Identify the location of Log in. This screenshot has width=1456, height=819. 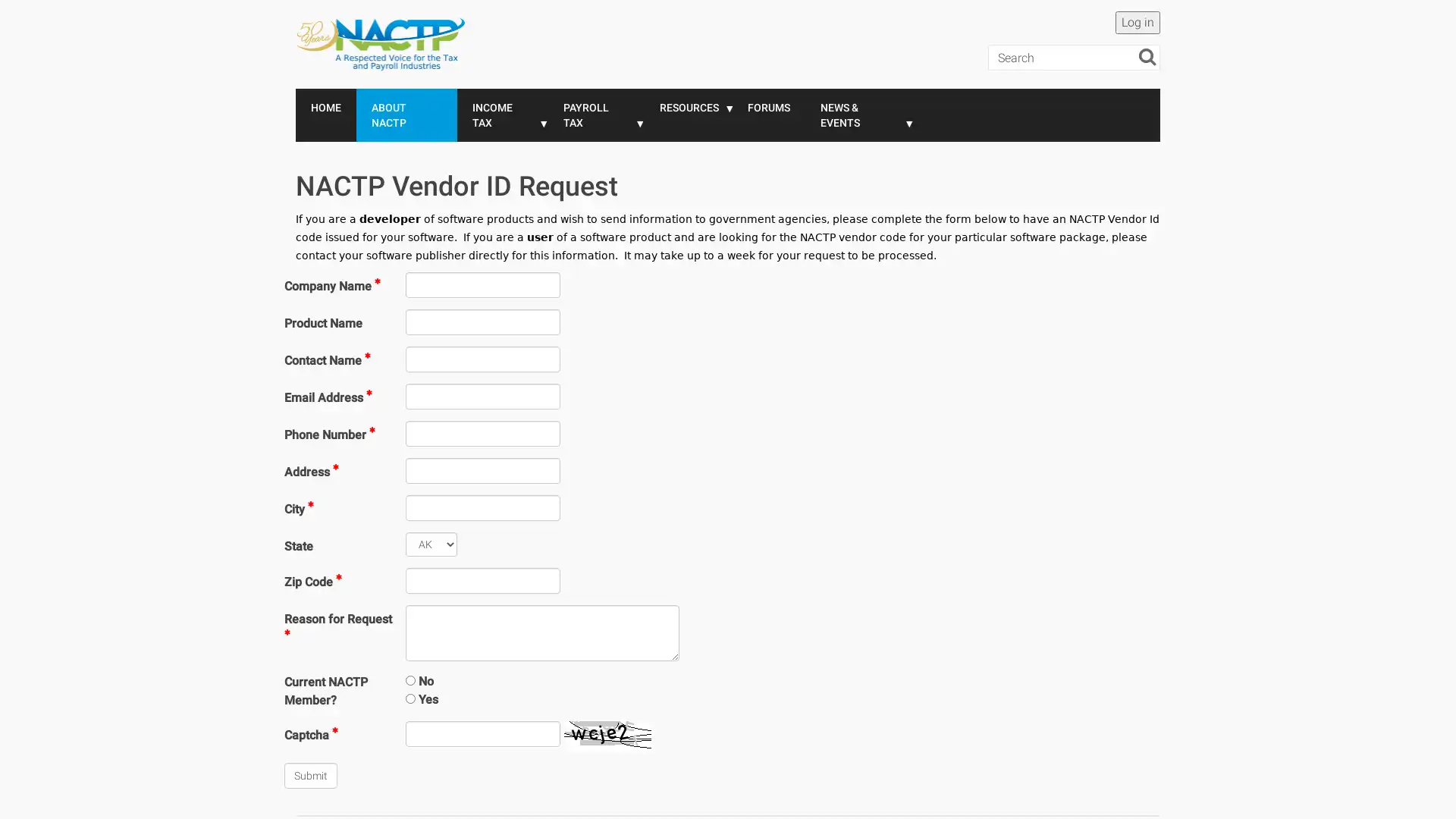
(1137, 23).